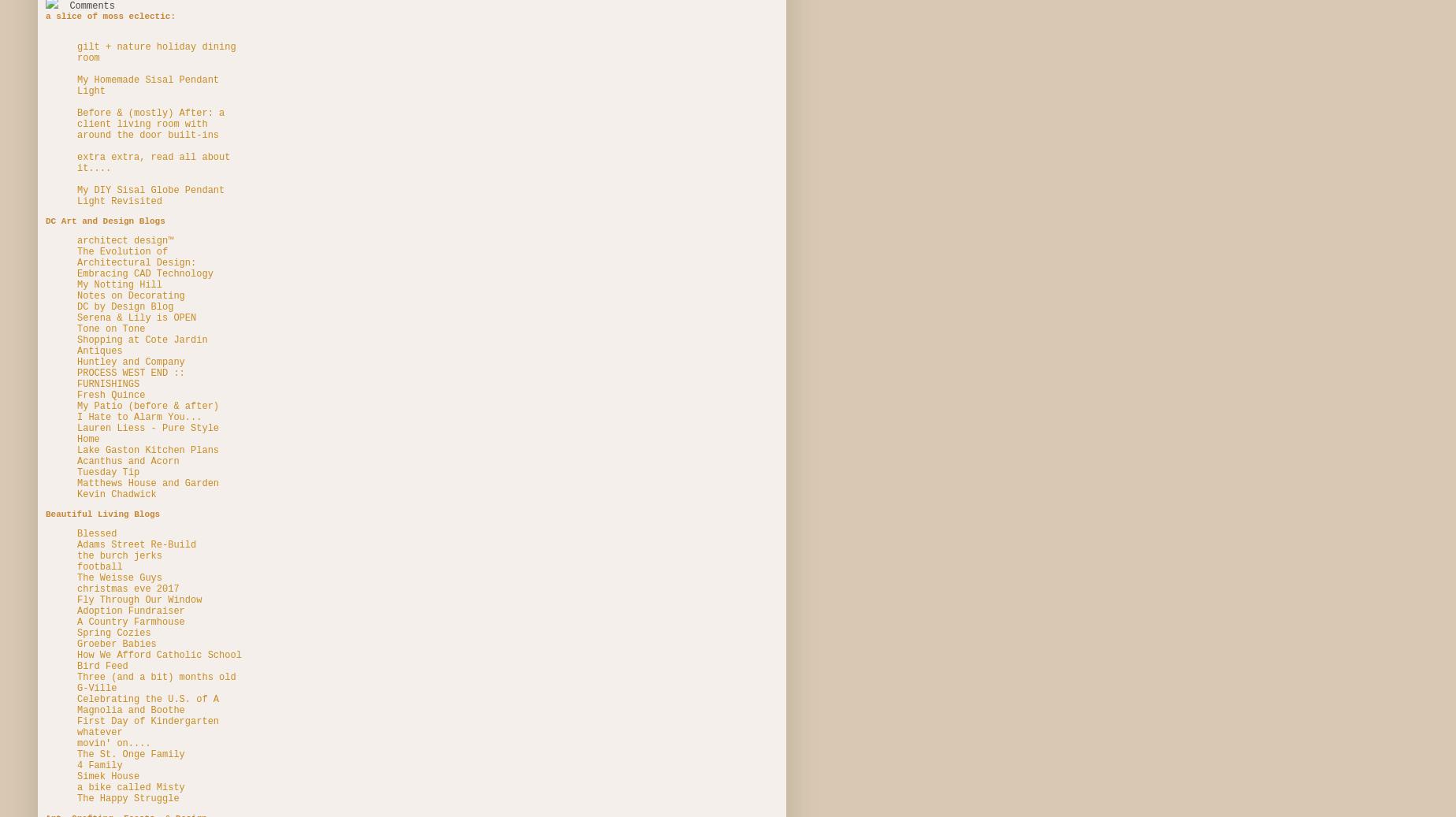 This screenshot has height=817, width=1456. Describe the element at coordinates (150, 123) in the screenshot. I see `'Before & (mostly) After: a client living room with around the door built-ins'` at that location.